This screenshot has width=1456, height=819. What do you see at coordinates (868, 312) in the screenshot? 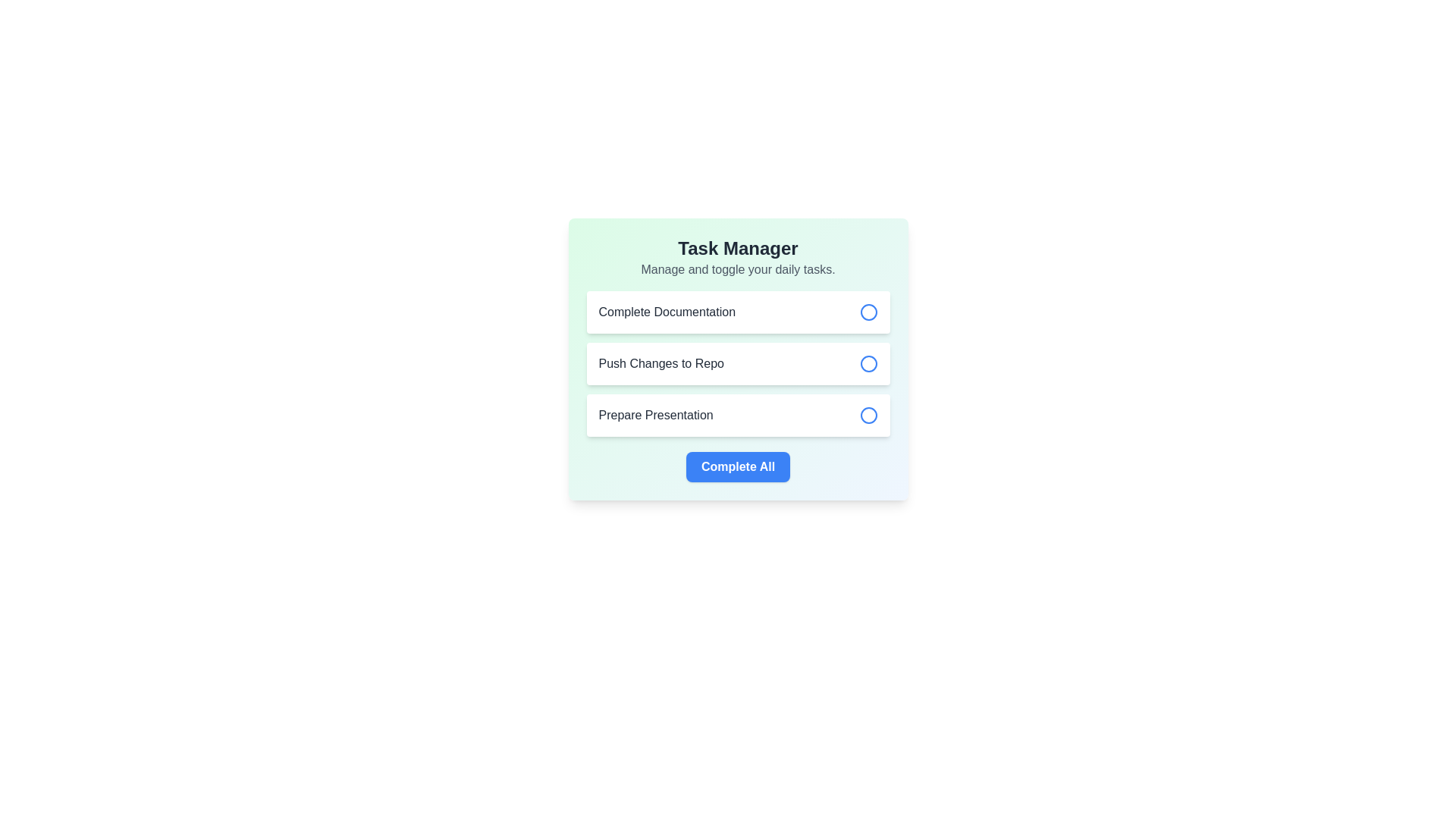
I see `the circular toggle or status indicator with a blue border located` at bounding box center [868, 312].